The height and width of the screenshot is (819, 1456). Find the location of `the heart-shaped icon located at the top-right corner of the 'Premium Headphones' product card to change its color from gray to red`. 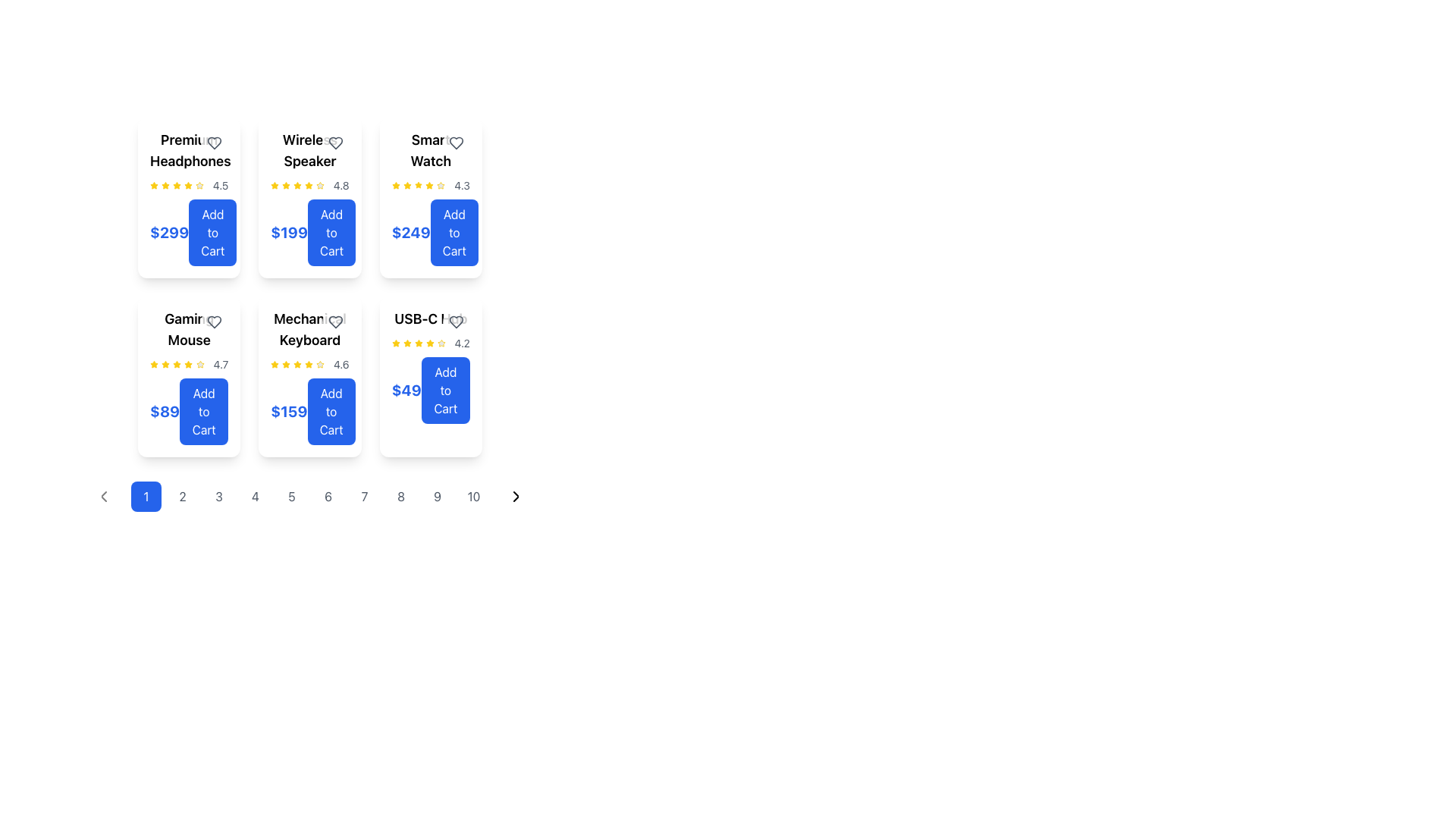

the heart-shaped icon located at the top-right corner of the 'Premium Headphones' product card to change its color from gray to red is located at coordinates (214, 143).